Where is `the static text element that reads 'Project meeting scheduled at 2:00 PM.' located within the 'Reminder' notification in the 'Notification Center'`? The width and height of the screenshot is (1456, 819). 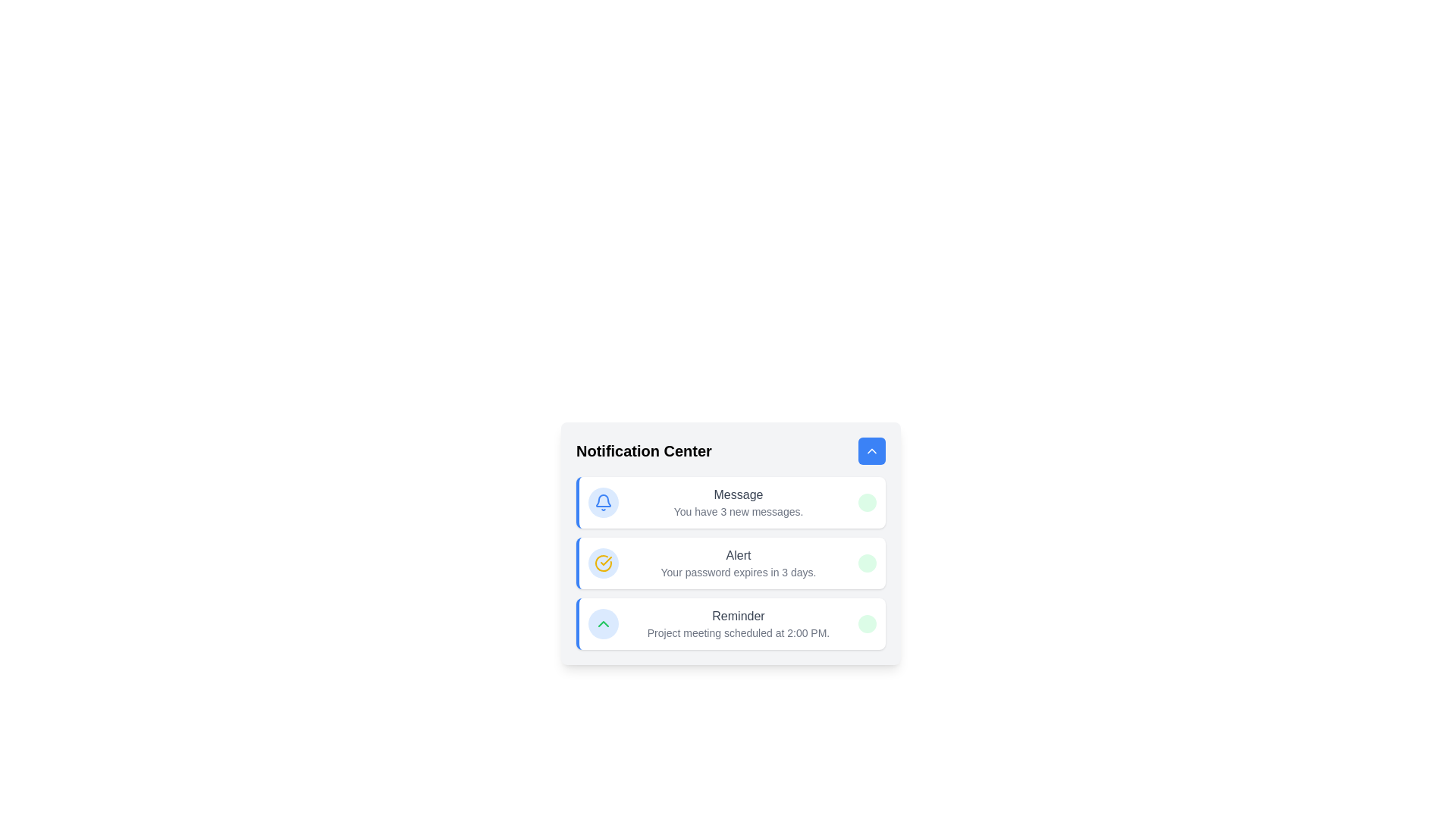
the static text element that reads 'Project meeting scheduled at 2:00 PM.' located within the 'Reminder' notification in the 'Notification Center' is located at coordinates (739, 632).